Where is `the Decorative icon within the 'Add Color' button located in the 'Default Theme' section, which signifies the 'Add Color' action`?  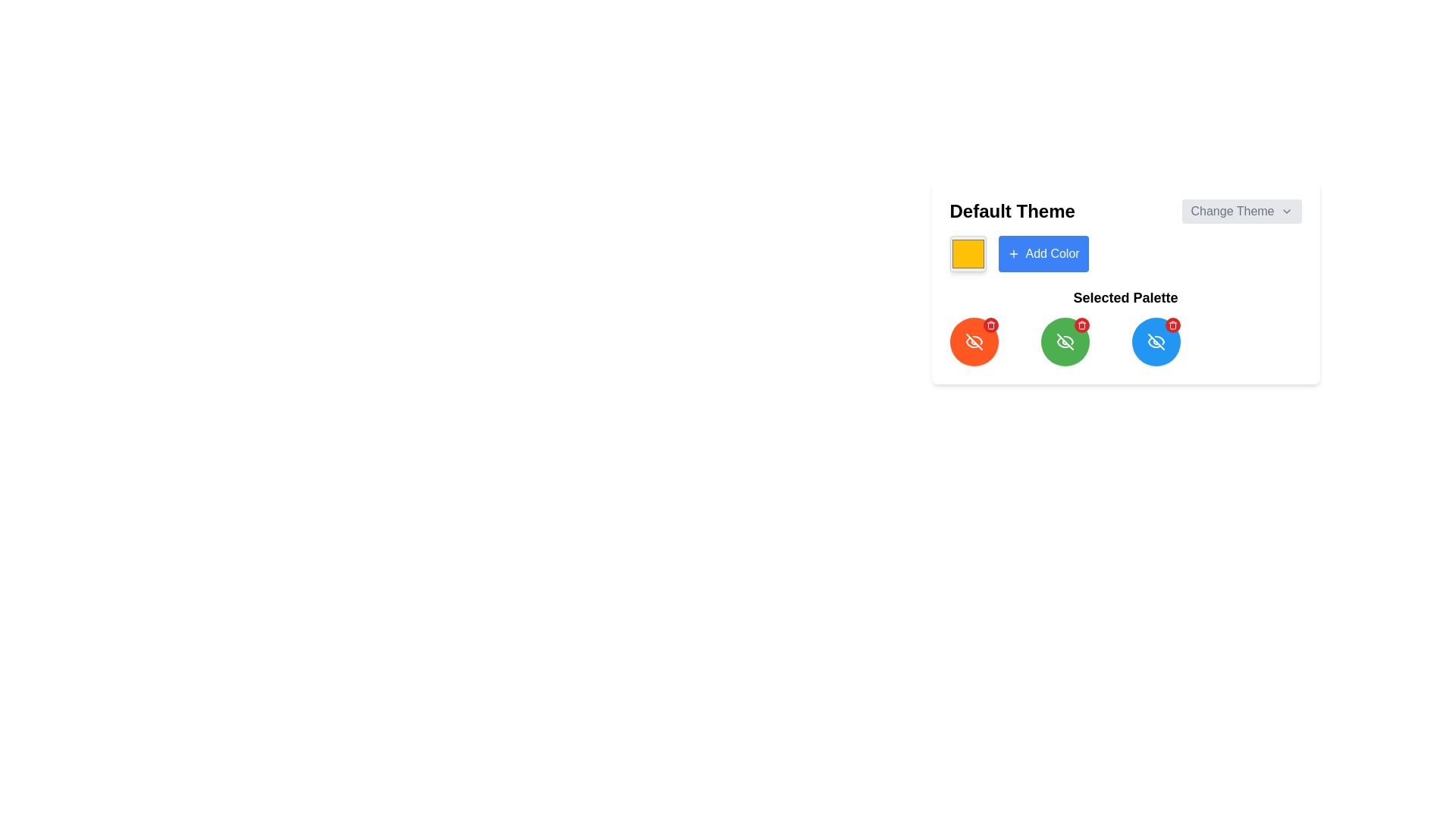
the Decorative icon within the 'Add Color' button located in the 'Default Theme' section, which signifies the 'Add Color' action is located at coordinates (1013, 253).